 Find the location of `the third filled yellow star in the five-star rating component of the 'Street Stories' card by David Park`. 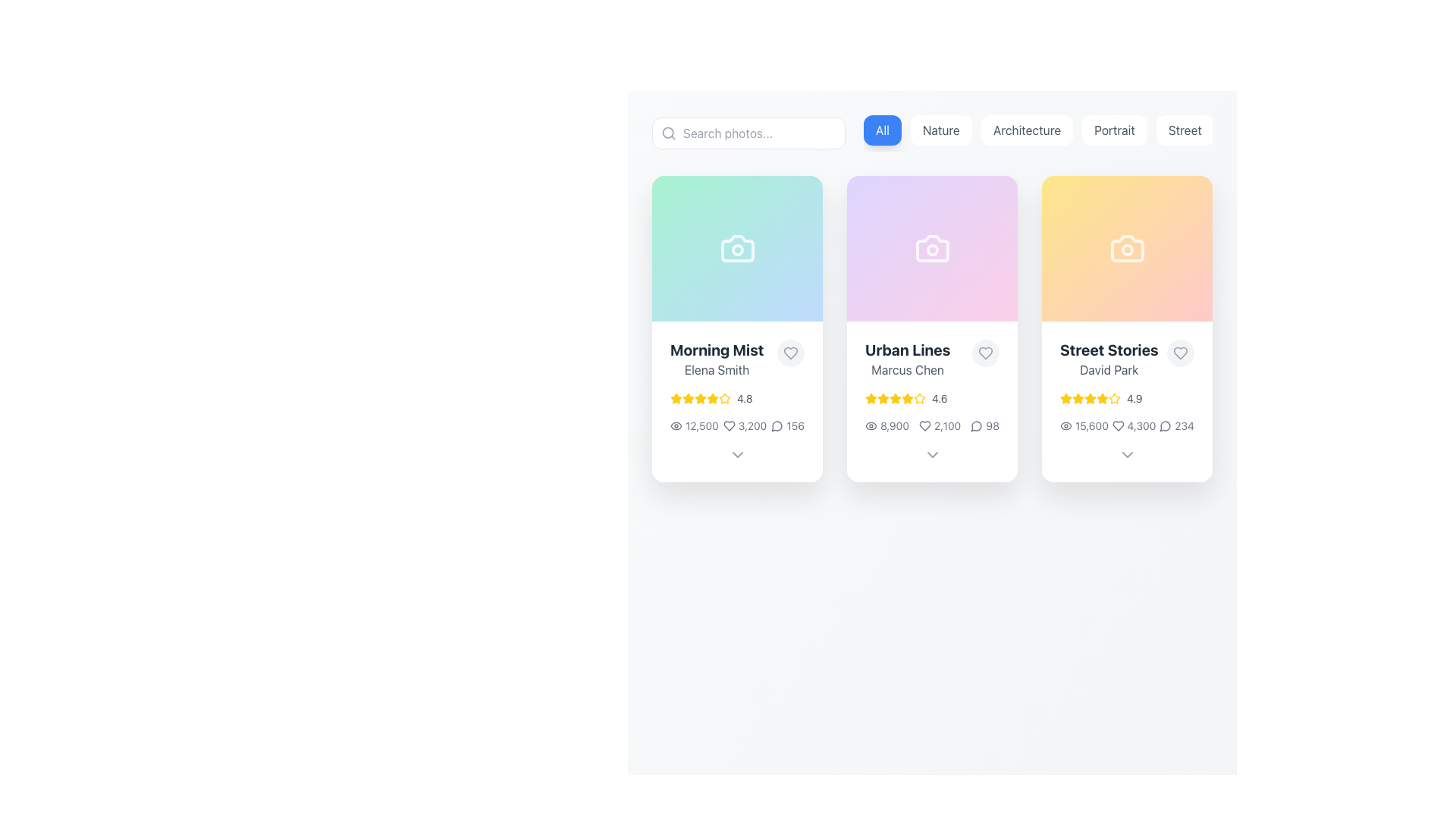

the third filled yellow star in the five-star rating component of the 'Street Stories' card by David Park is located at coordinates (1090, 397).